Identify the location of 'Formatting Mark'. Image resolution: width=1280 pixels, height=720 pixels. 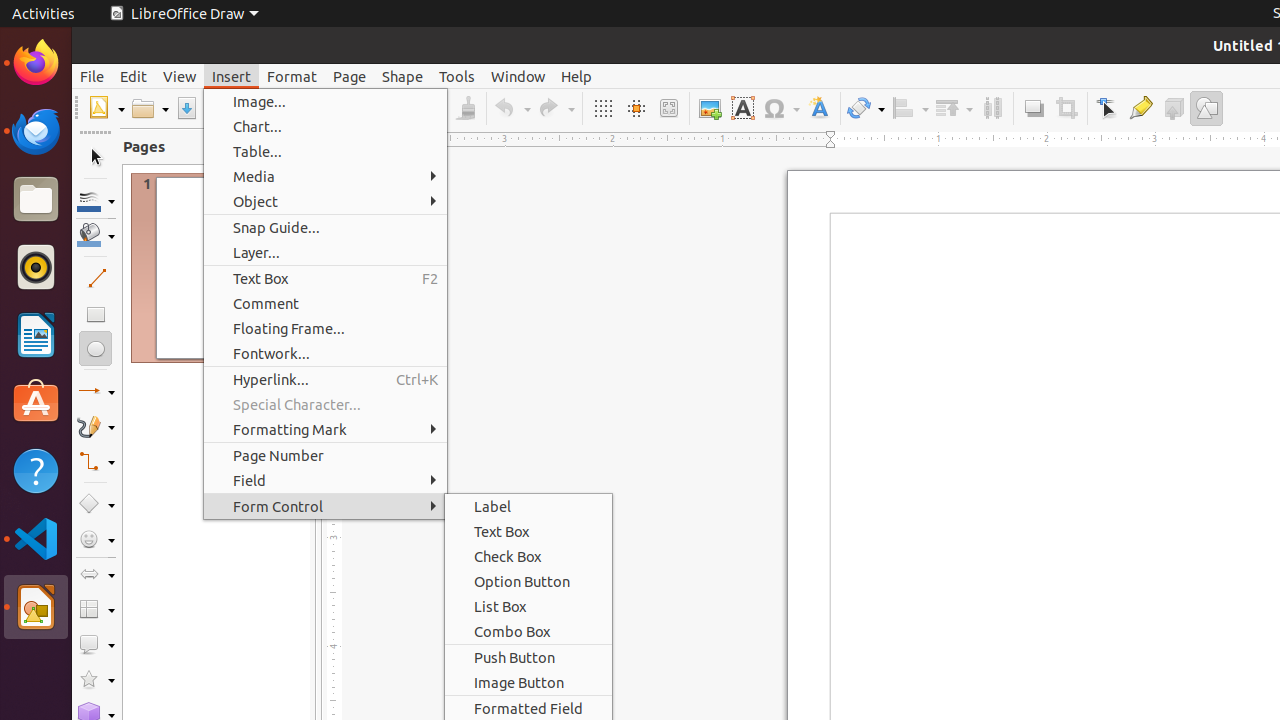
(325, 428).